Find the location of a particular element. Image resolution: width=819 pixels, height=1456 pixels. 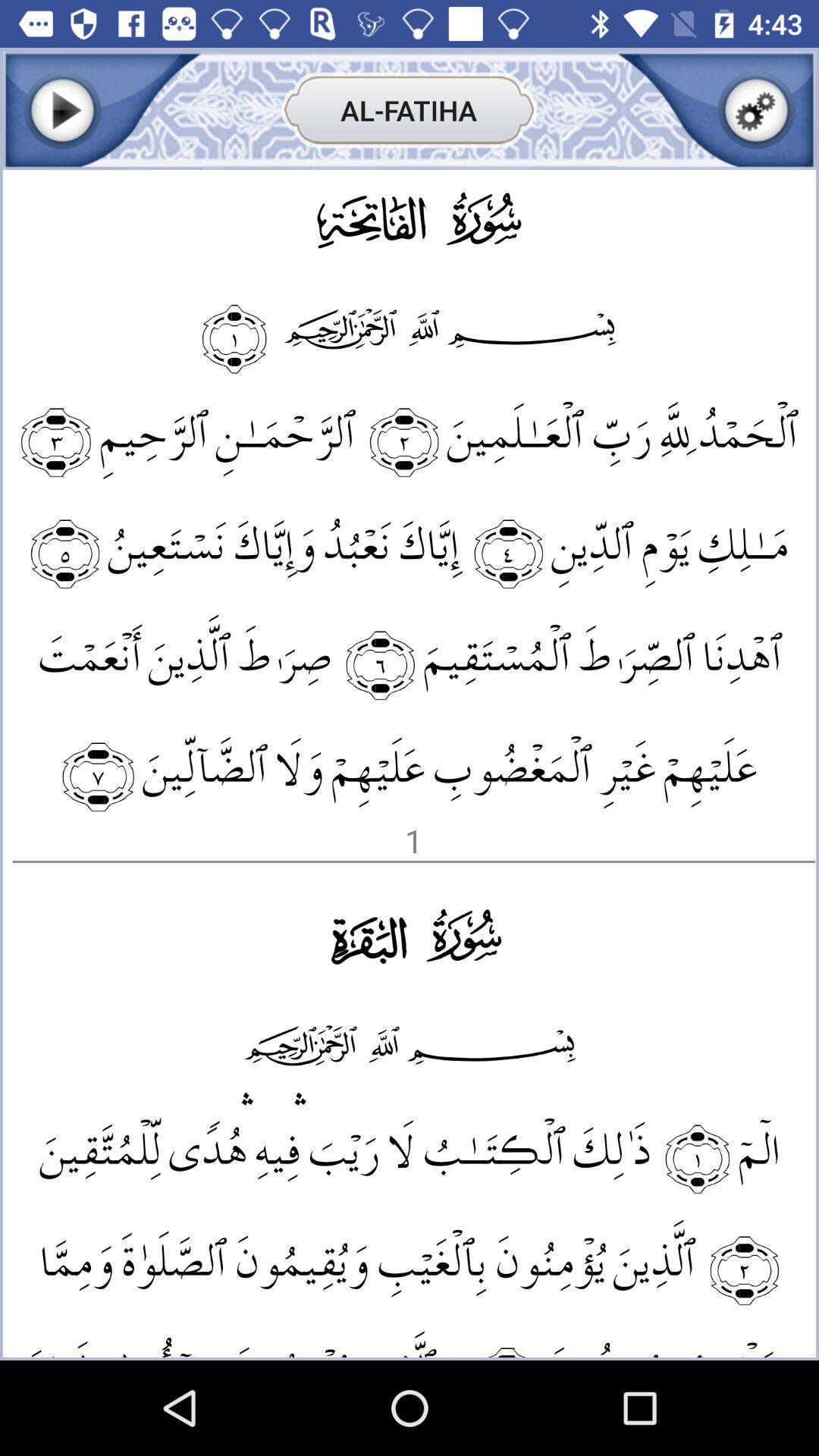

option is located at coordinates (61, 109).